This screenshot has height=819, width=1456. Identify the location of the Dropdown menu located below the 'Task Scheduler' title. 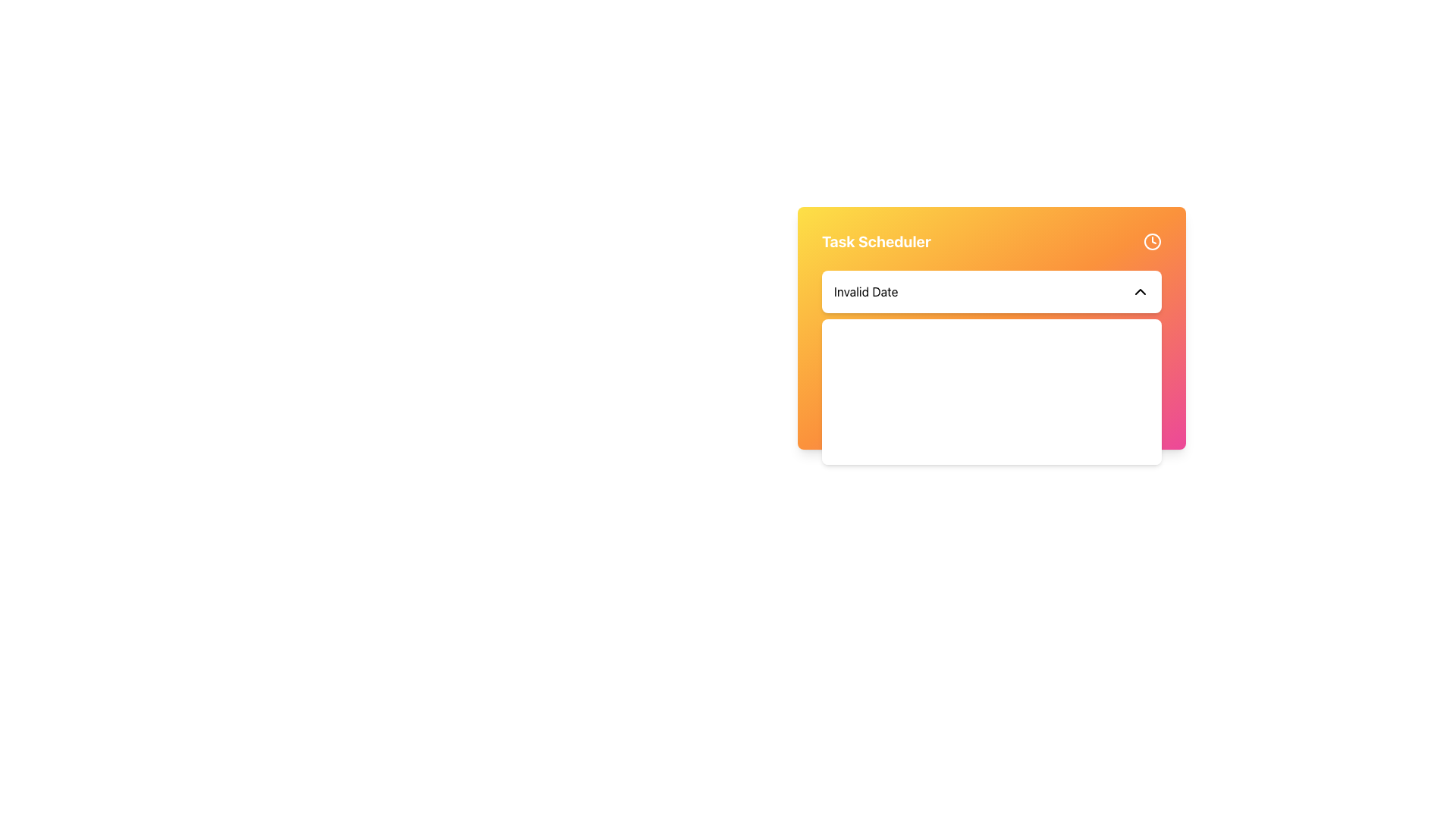
(992, 292).